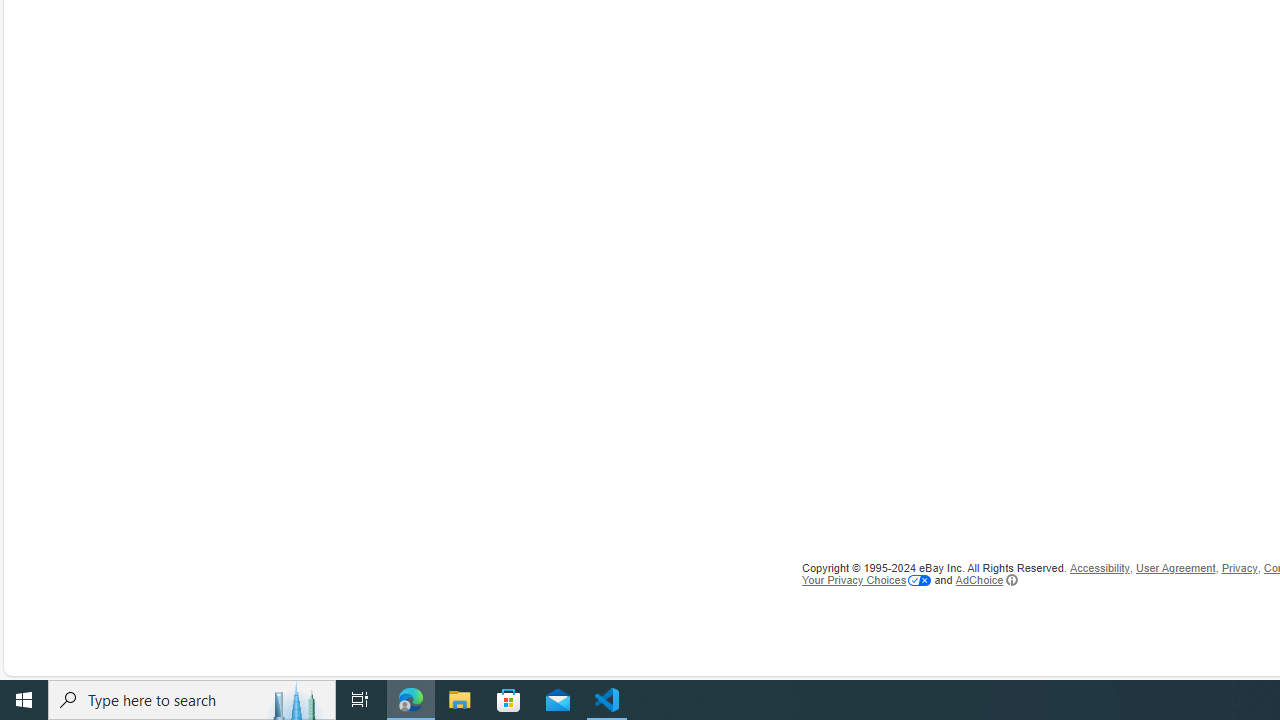 The width and height of the screenshot is (1280, 720). Describe the element at coordinates (1098, 568) in the screenshot. I see `'Accessibility'` at that location.